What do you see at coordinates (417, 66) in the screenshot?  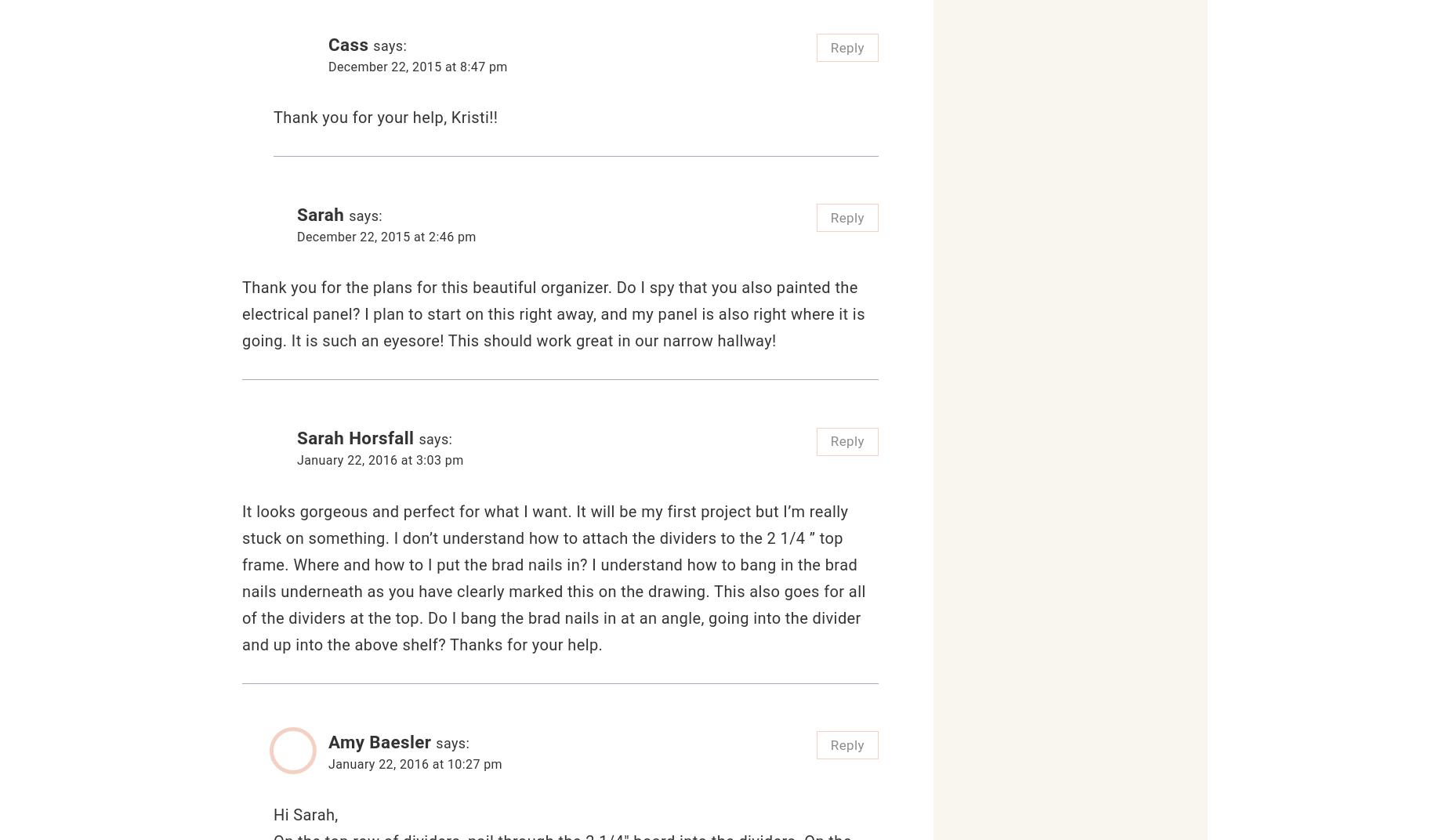 I see `'December 22, 2015 at 8:47 pm'` at bounding box center [417, 66].